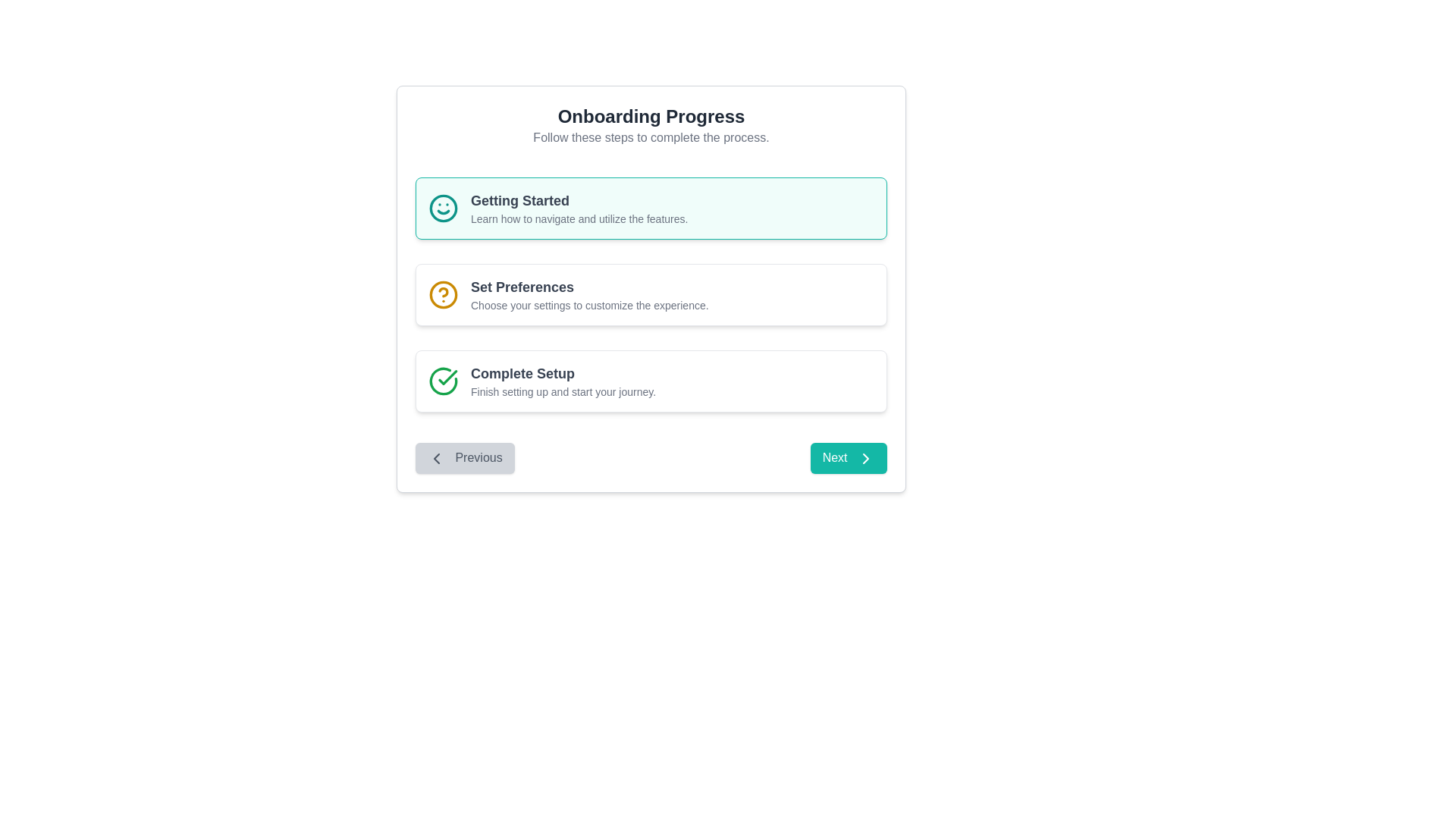 Image resolution: width=1456 pixels, height=819 pixels. I want to click on the teal-colored circular icon with a smiley face illustration located to the left of the text 'Getting Started', so click(443, 208).